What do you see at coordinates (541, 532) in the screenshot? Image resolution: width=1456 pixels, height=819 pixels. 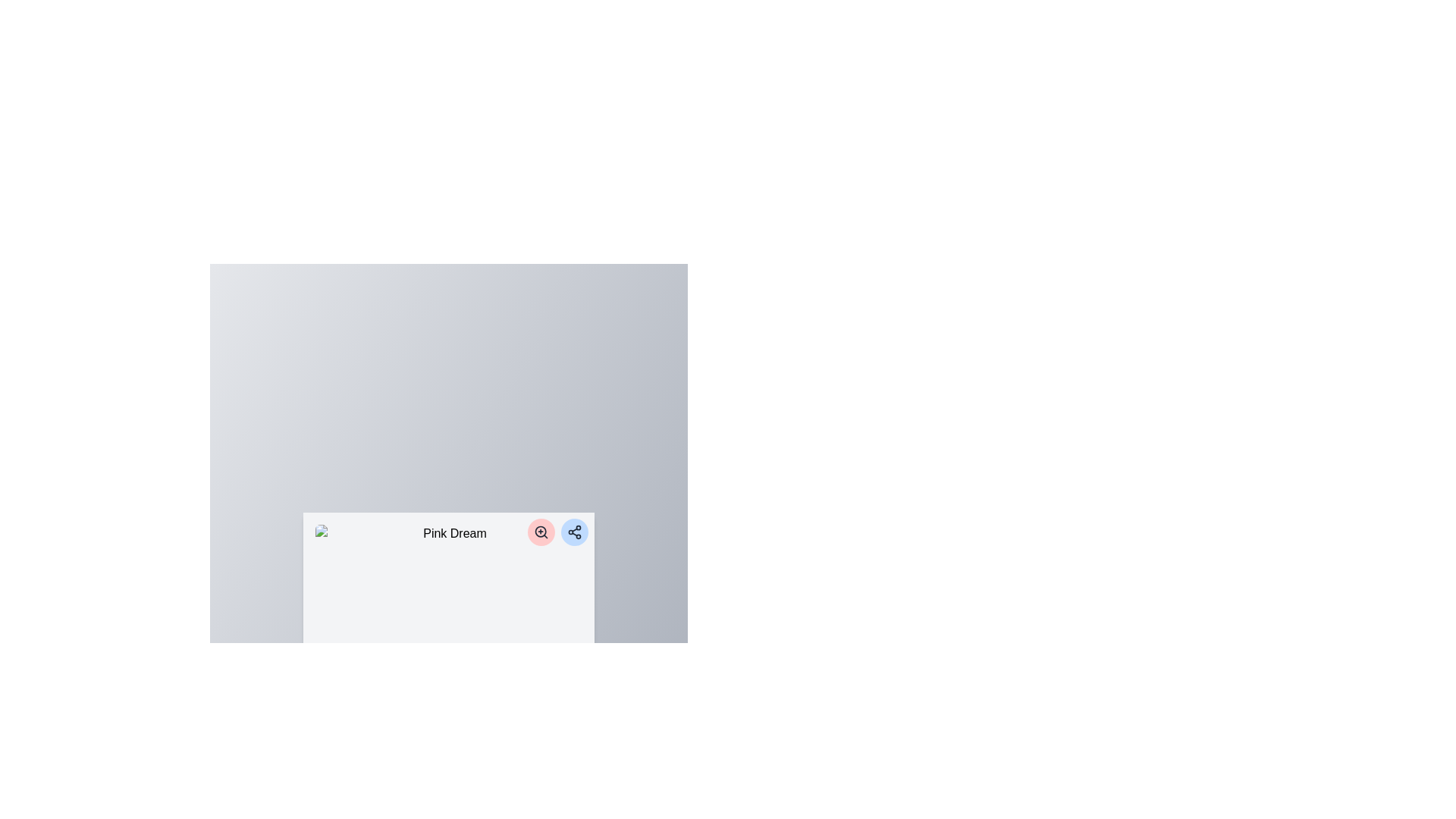 I see `the circular red button with a magnifying glass icon located in the top right corner of the 'Pink Dream' section` at bounding box center [541, 532].